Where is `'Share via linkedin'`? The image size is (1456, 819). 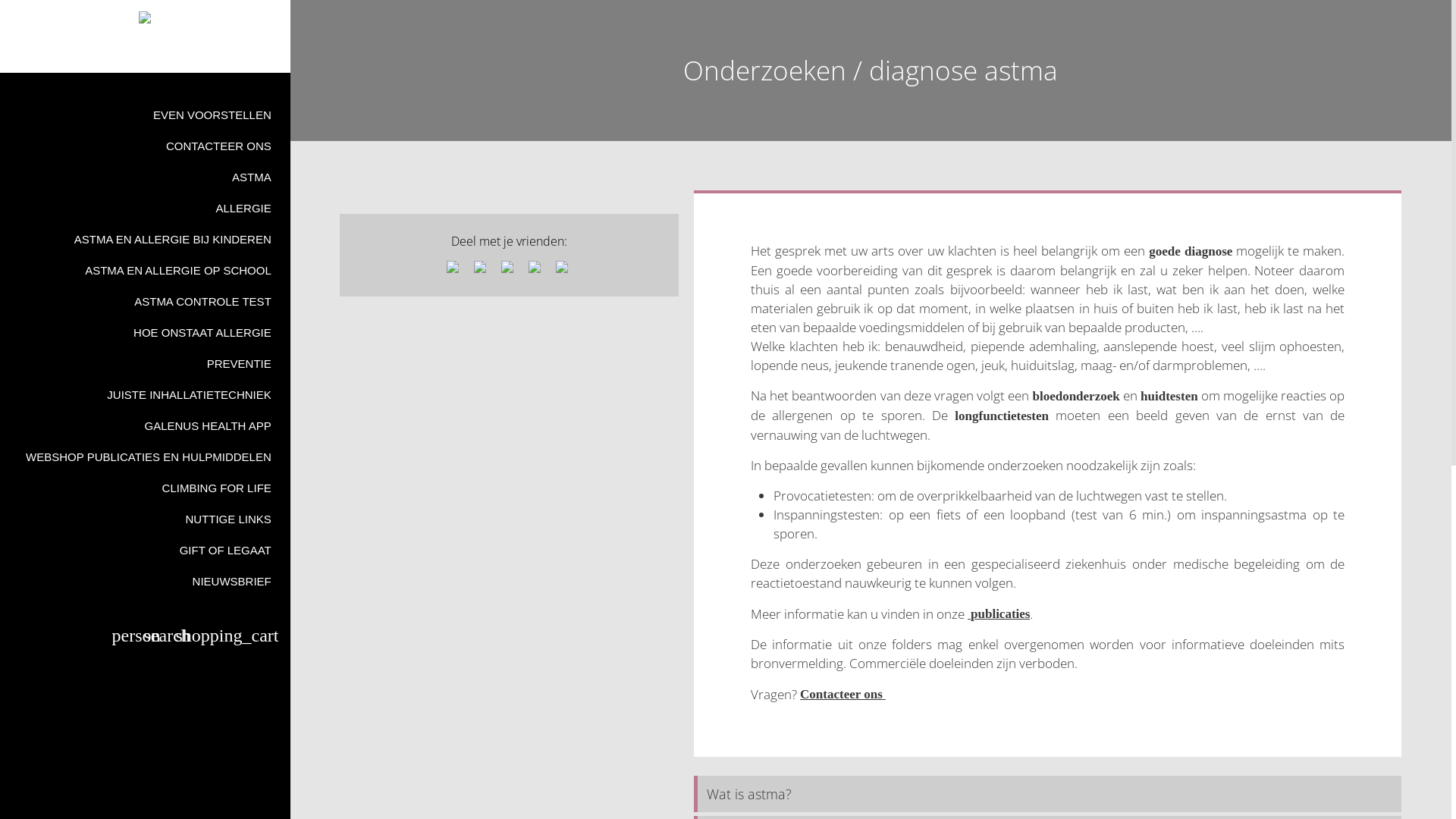
'Share via linkedin' is located at coordinates (510, 268).